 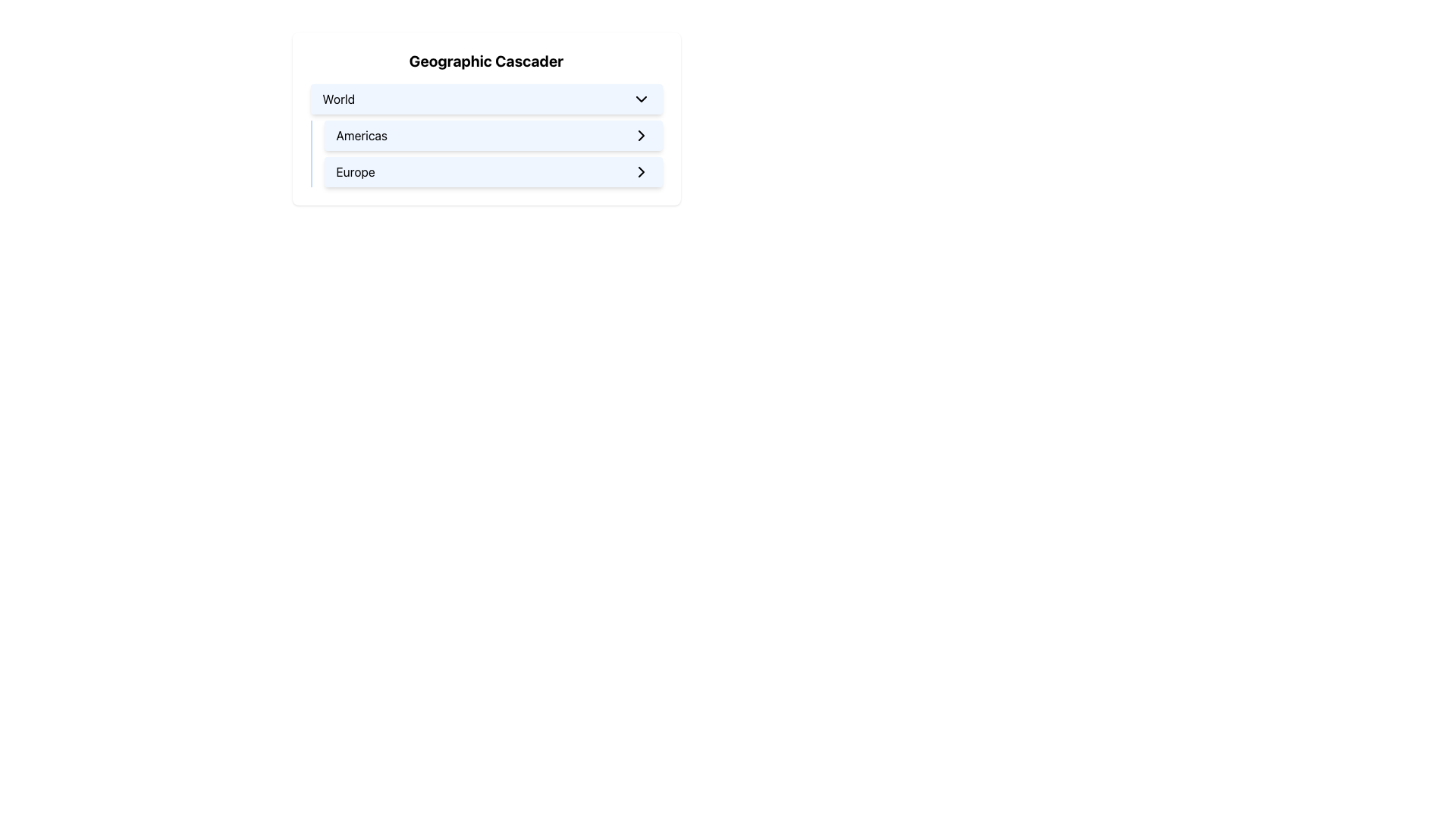 What do you see at coordinates (486, 134) in the screenshot?
I see `the interactive menu item labeled 'Americas'` at bounding box center [486, 134].